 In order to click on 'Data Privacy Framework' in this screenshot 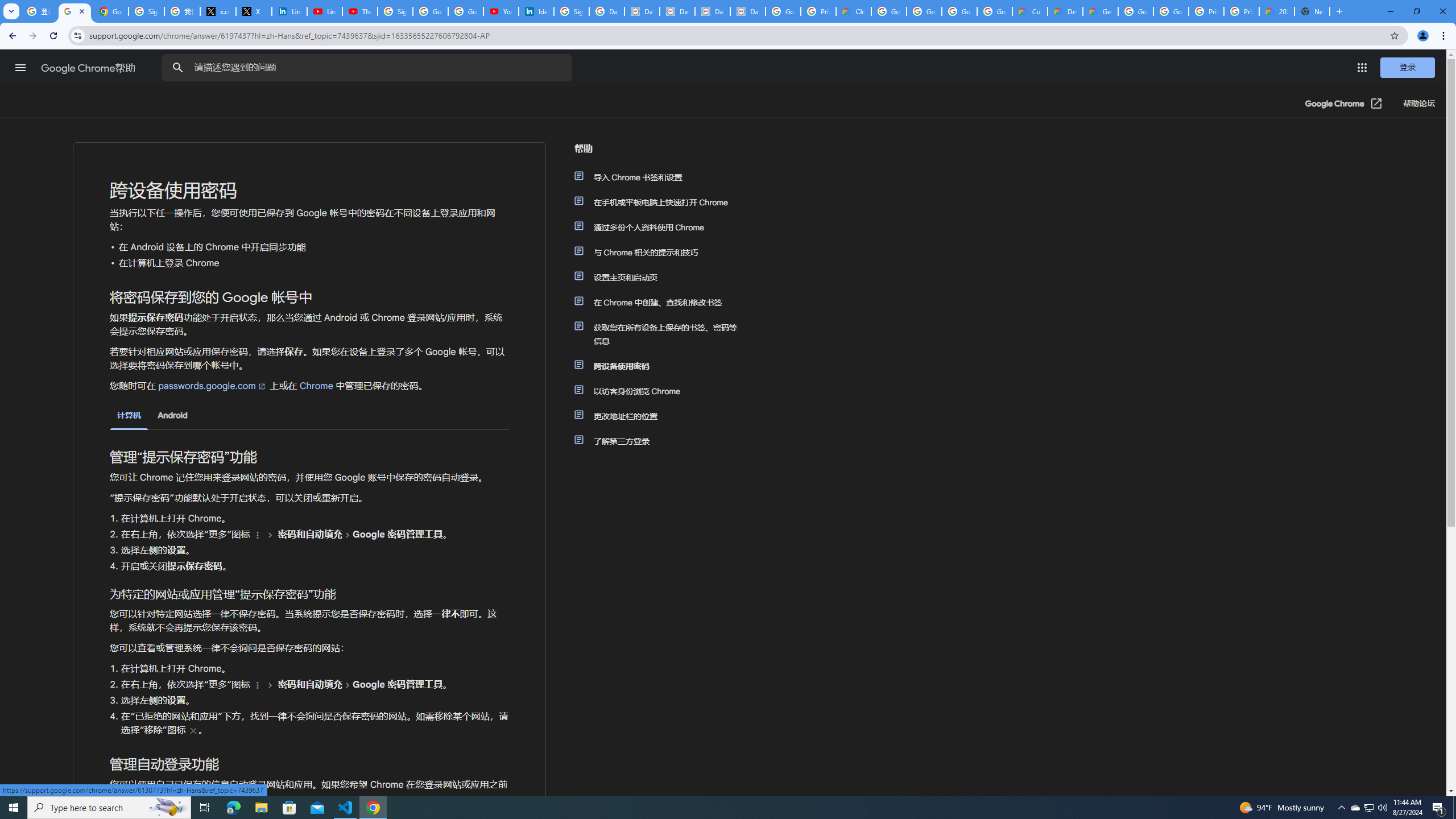, I will do `click(712, 11)`.